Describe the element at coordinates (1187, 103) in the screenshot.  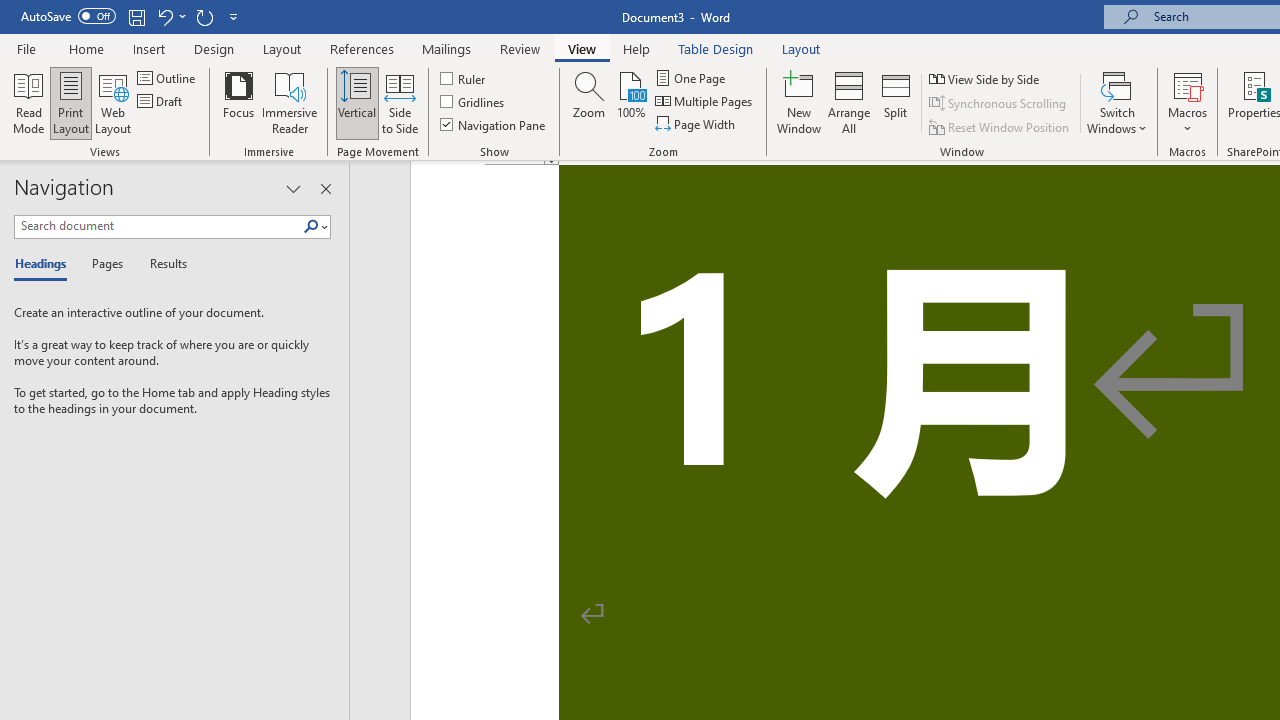
I see `'Macros'` at that location.